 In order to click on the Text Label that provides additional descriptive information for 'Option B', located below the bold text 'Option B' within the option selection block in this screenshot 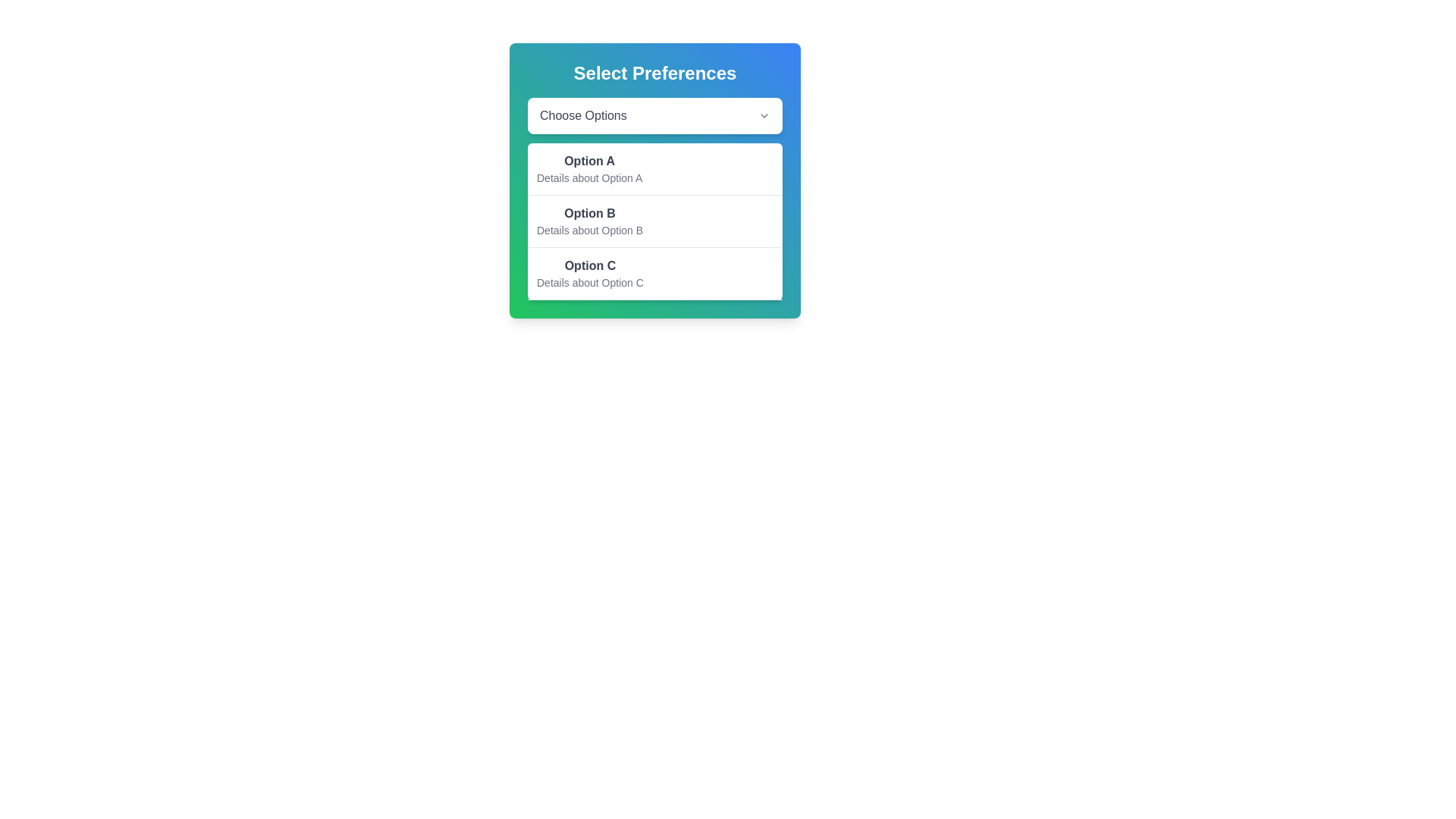, I will do `click(588, 231)`.